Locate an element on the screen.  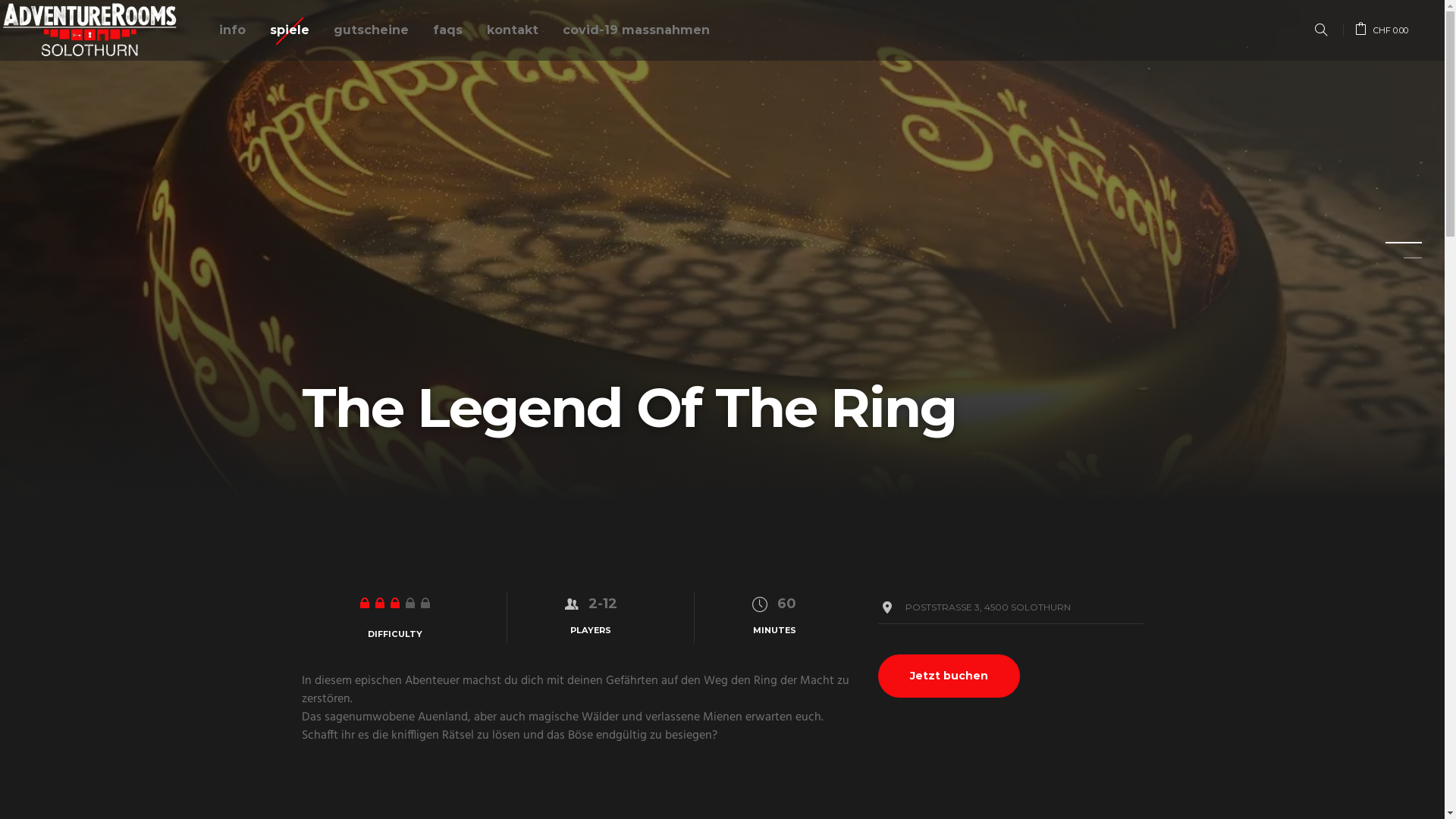
'spiele' is located at coordinates (263, 30).